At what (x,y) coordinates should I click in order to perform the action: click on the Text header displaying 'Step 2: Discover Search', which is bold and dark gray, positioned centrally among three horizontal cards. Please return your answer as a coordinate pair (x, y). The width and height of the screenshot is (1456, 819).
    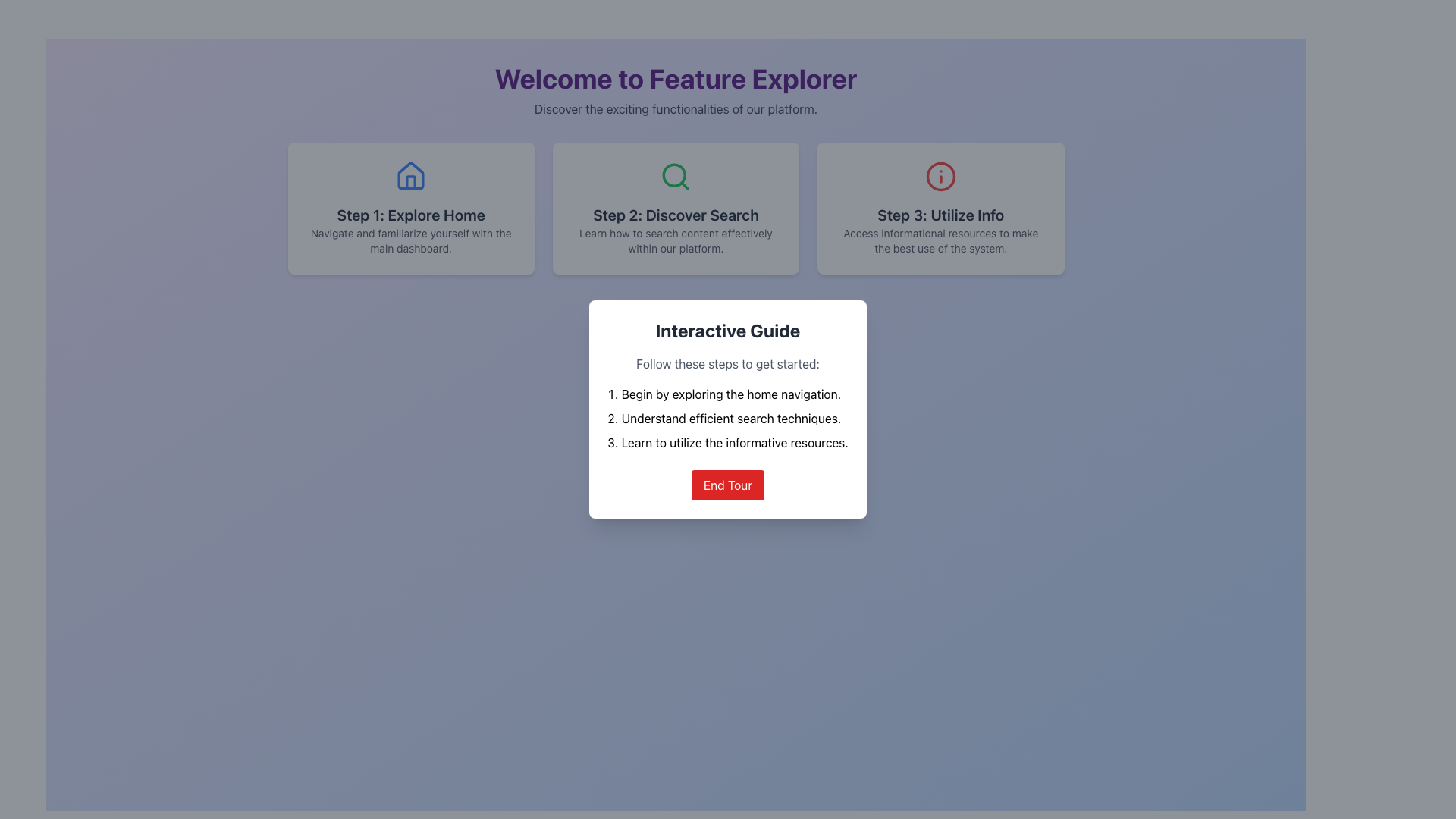
    Looking at the image, I should click on (675, 215).